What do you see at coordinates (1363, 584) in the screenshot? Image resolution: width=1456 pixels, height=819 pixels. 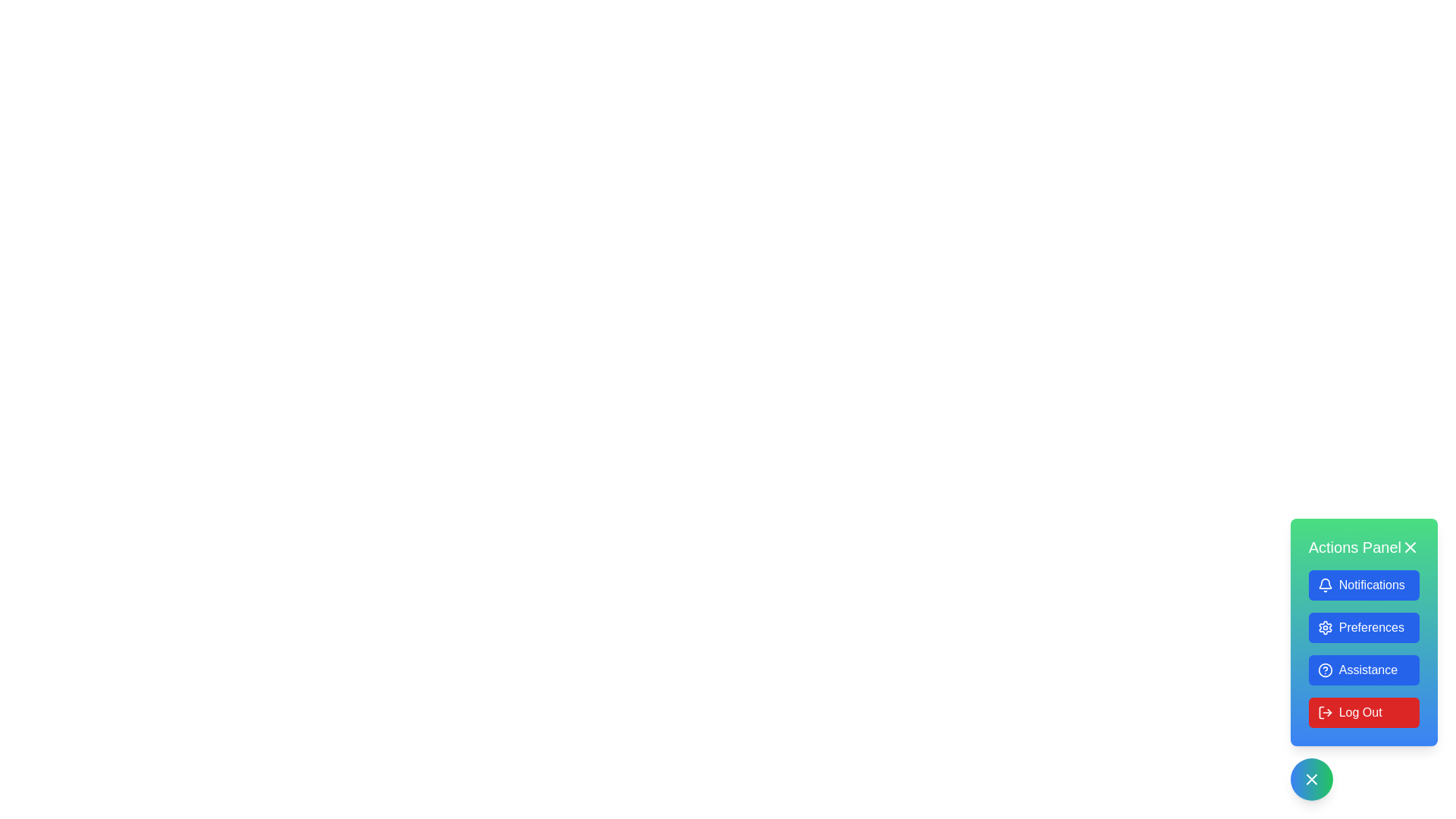 I see `the notification button located in the Actions Panel to potentially reveal additional information or a tooltip` at bounding box center [1363, 584].